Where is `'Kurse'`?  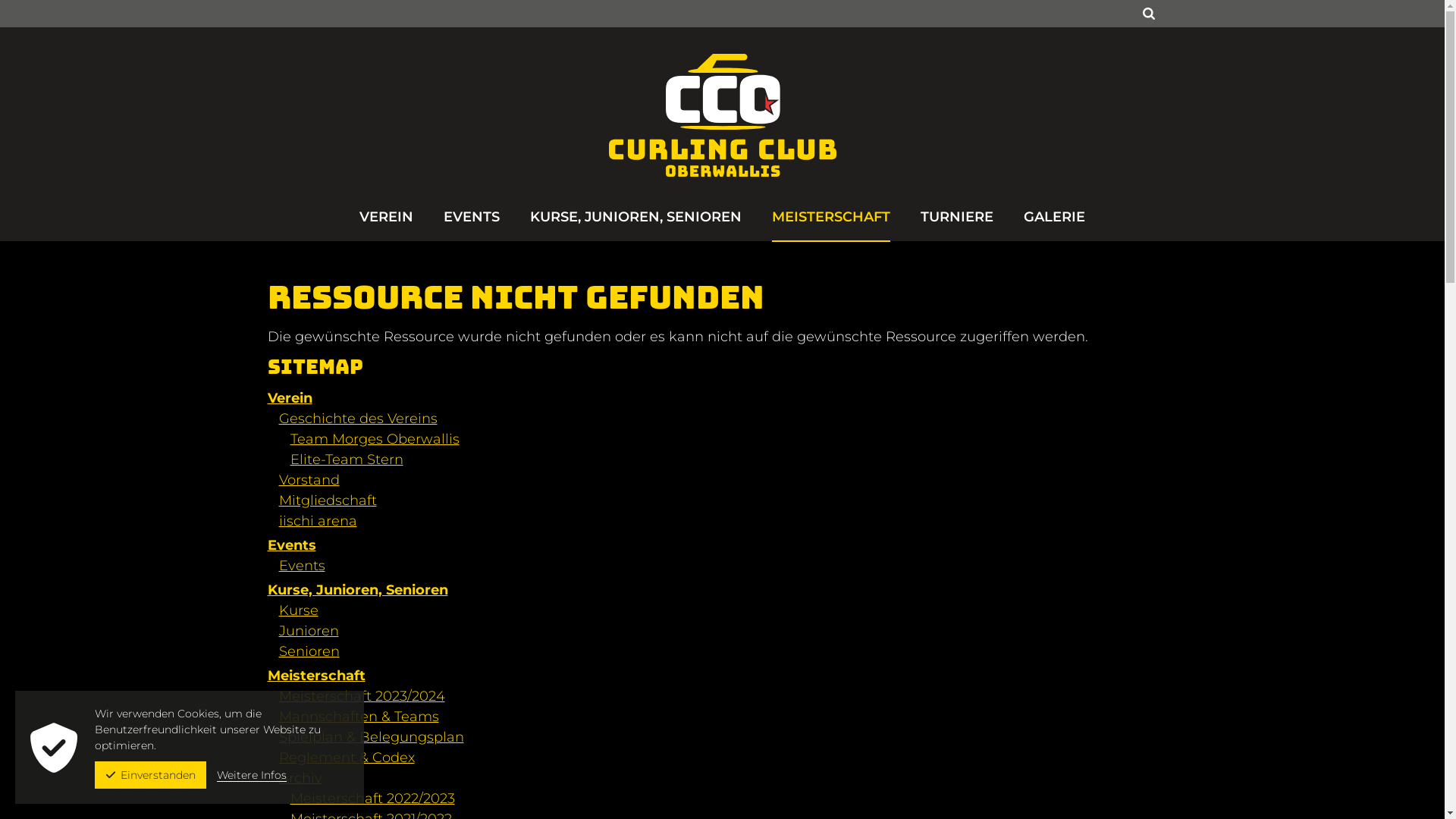
'Kurse' is located at coordinates (298, 610).